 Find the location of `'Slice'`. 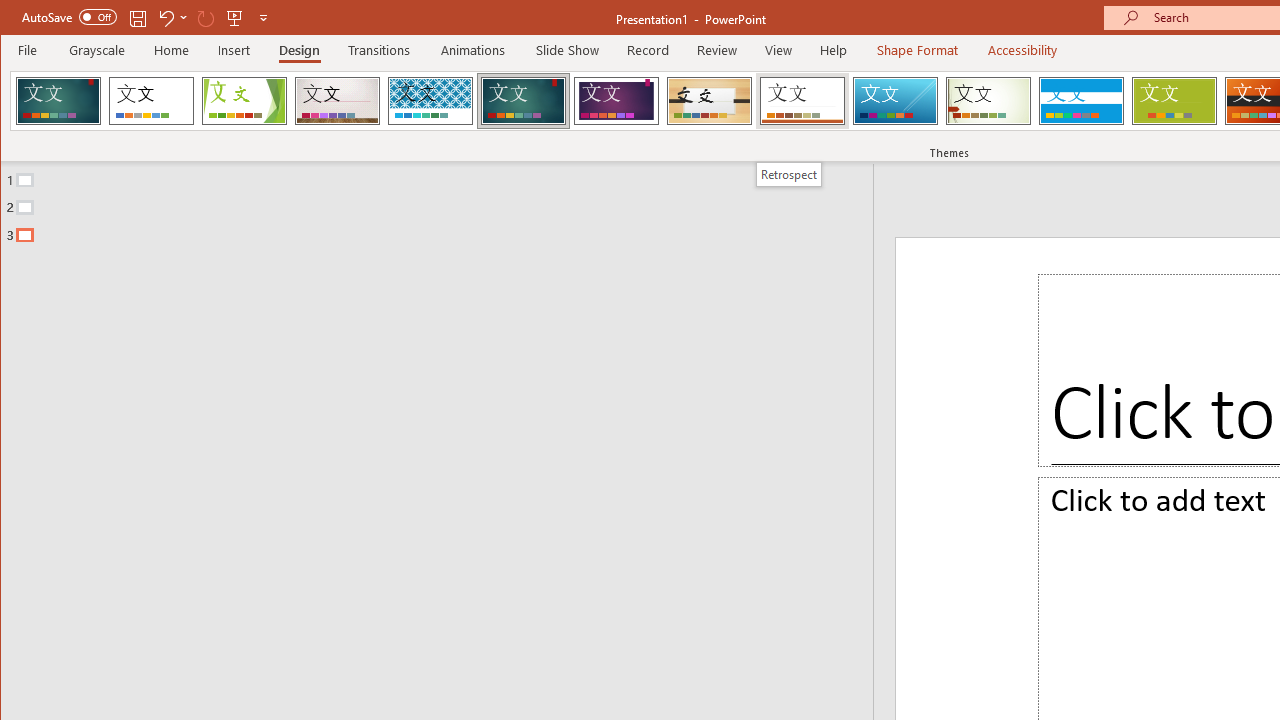

'Slice' is located at coordinates (894, 100).